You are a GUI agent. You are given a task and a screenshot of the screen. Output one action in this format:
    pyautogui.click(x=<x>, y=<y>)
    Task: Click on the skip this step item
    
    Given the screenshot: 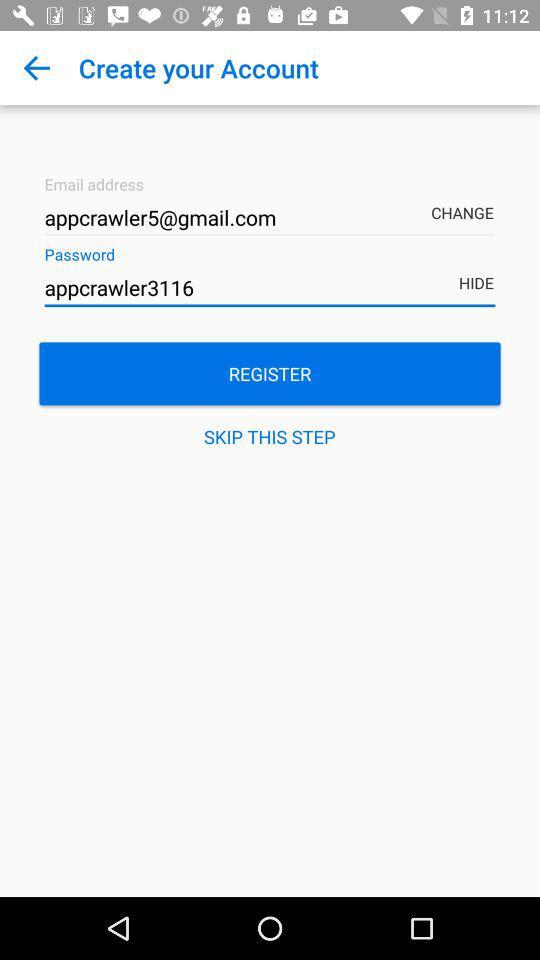 What is the action you would take?
    pyautogui.click(x=269, y=436)
    